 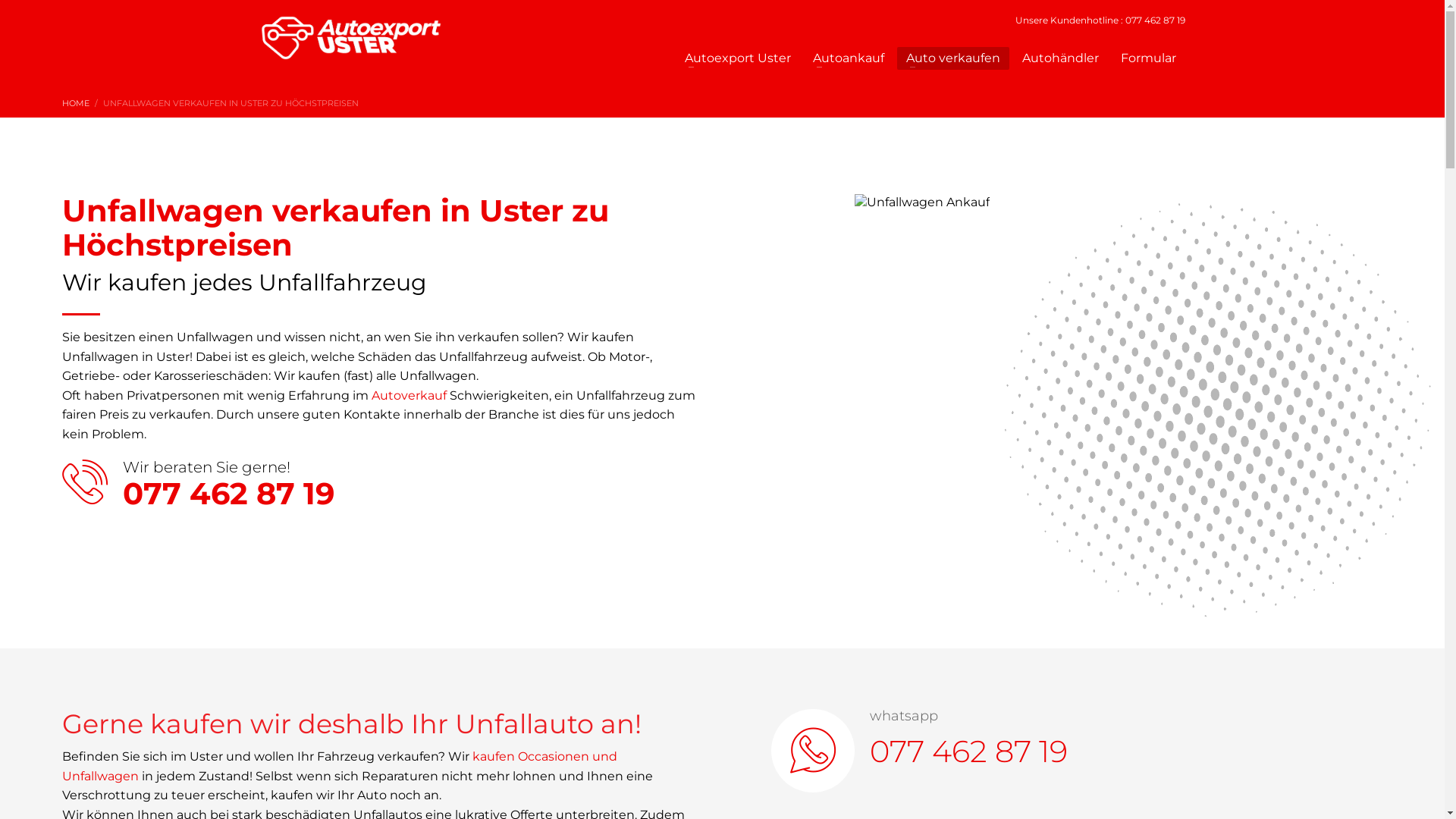 What do you see at coordinates (736, 58) in the screenshot?
I see `'Autoexport Uster'` at bounding box center [736, 58].